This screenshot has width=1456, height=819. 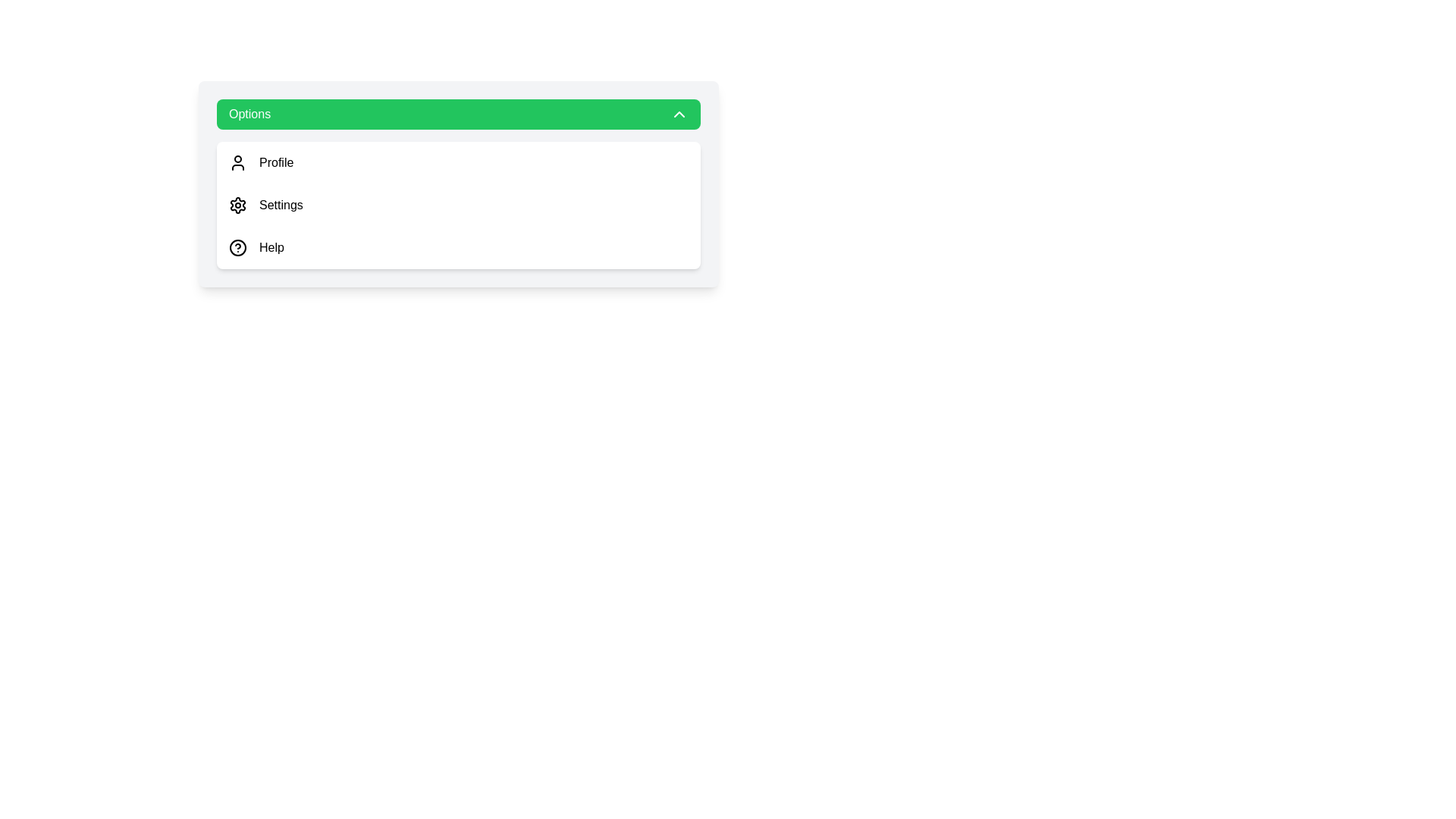 What do you see at coordinates (237, 205) in the screenshot?
I see `the settings icon located beneath the 'Options' header, adjacent to the text 'Settings.'` at bounding box center [237, 205].